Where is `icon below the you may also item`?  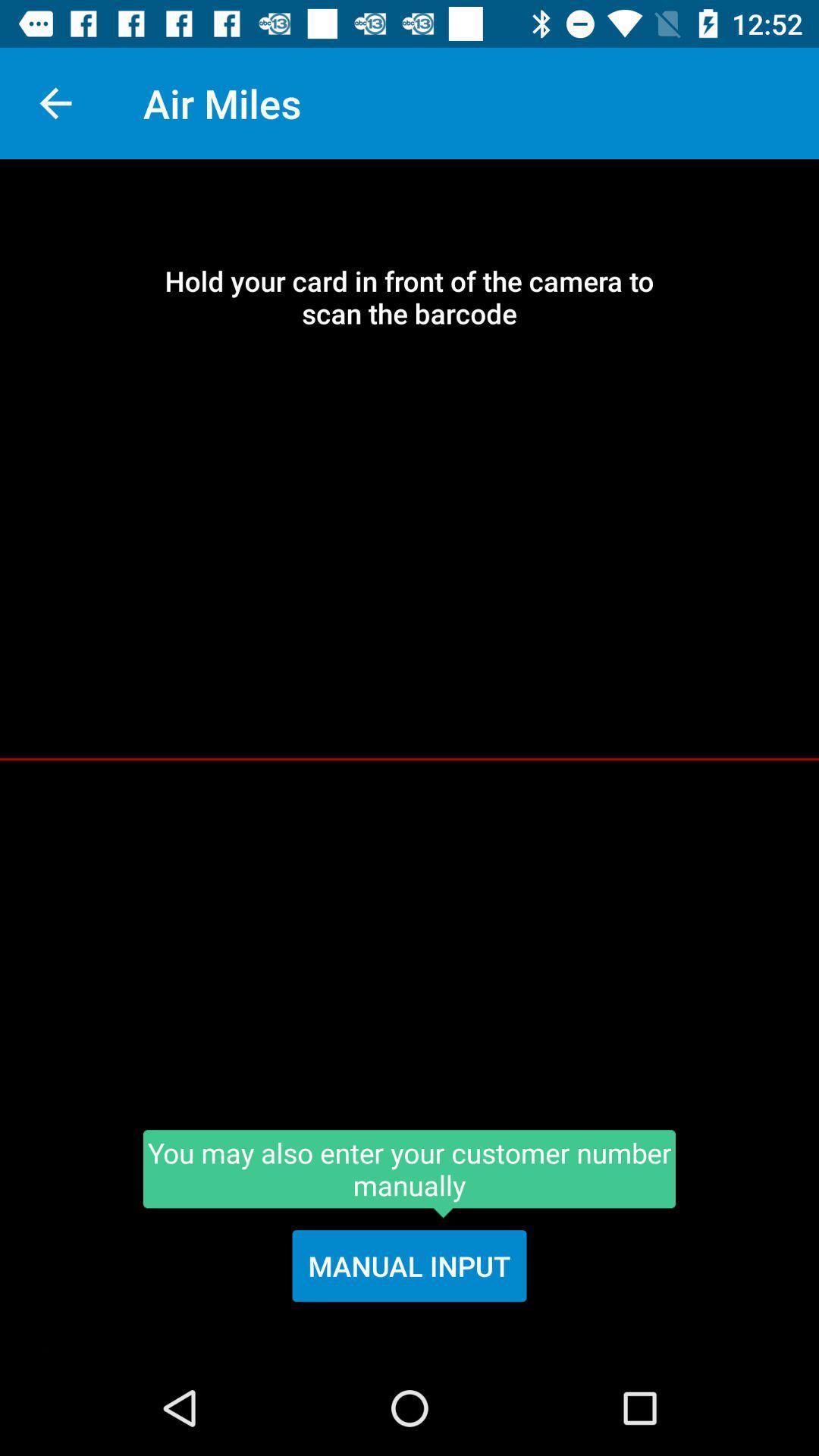
icon below the you may also item is located at coordinates (409, 1266).